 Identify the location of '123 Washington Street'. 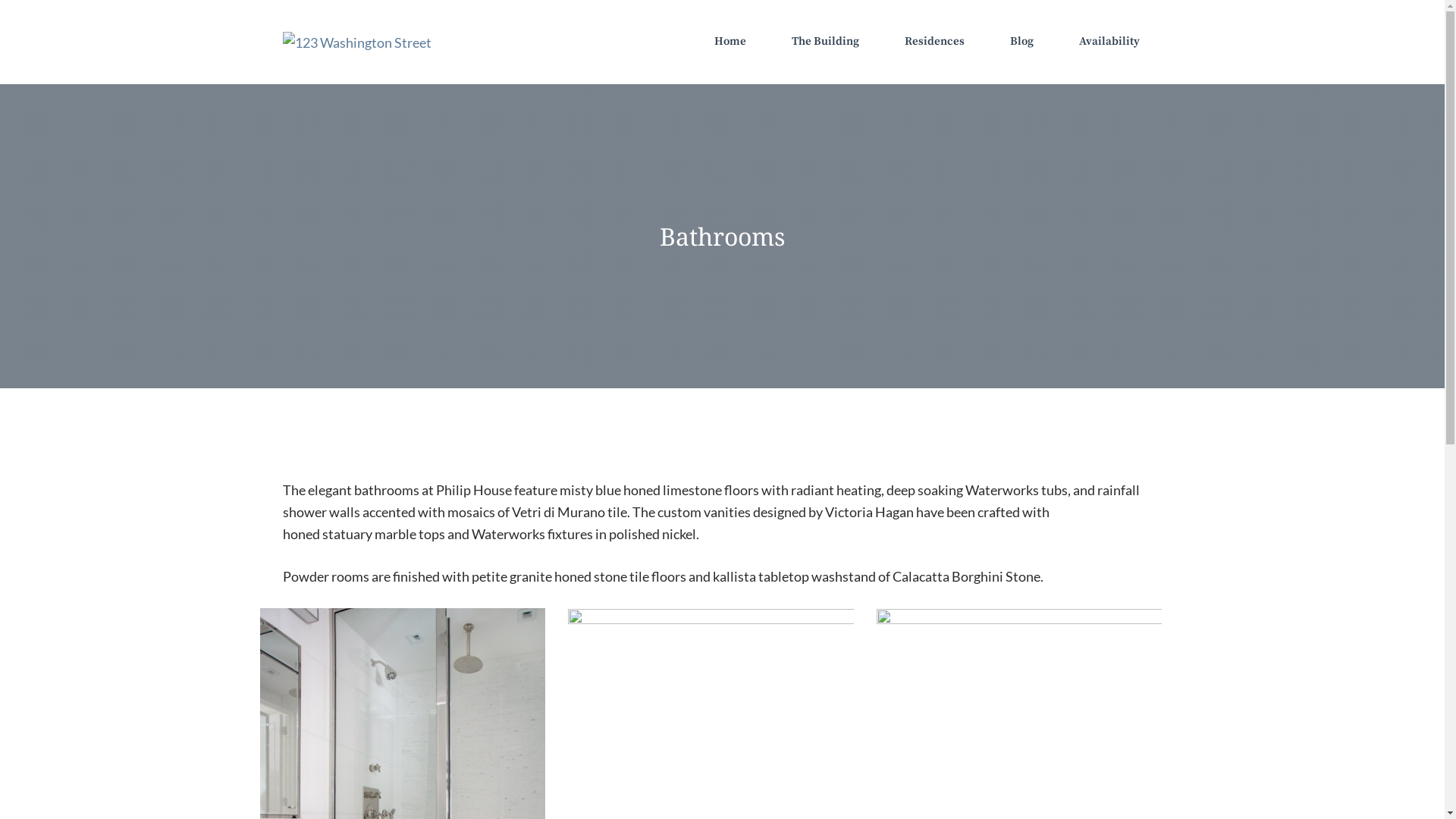
(356, 40).